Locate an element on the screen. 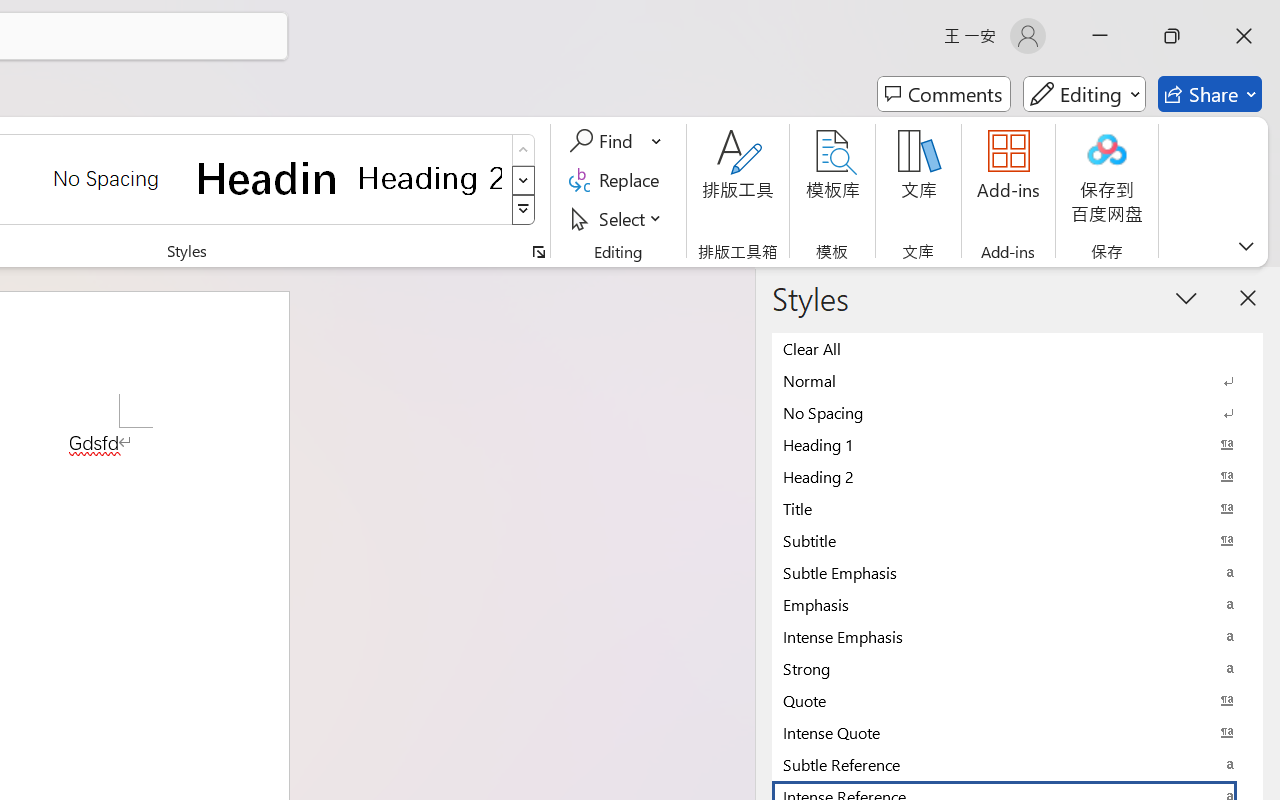 This screenshot has height=800, width=1280. 'Task Pane Options' is located at coordinates (1187, 297).